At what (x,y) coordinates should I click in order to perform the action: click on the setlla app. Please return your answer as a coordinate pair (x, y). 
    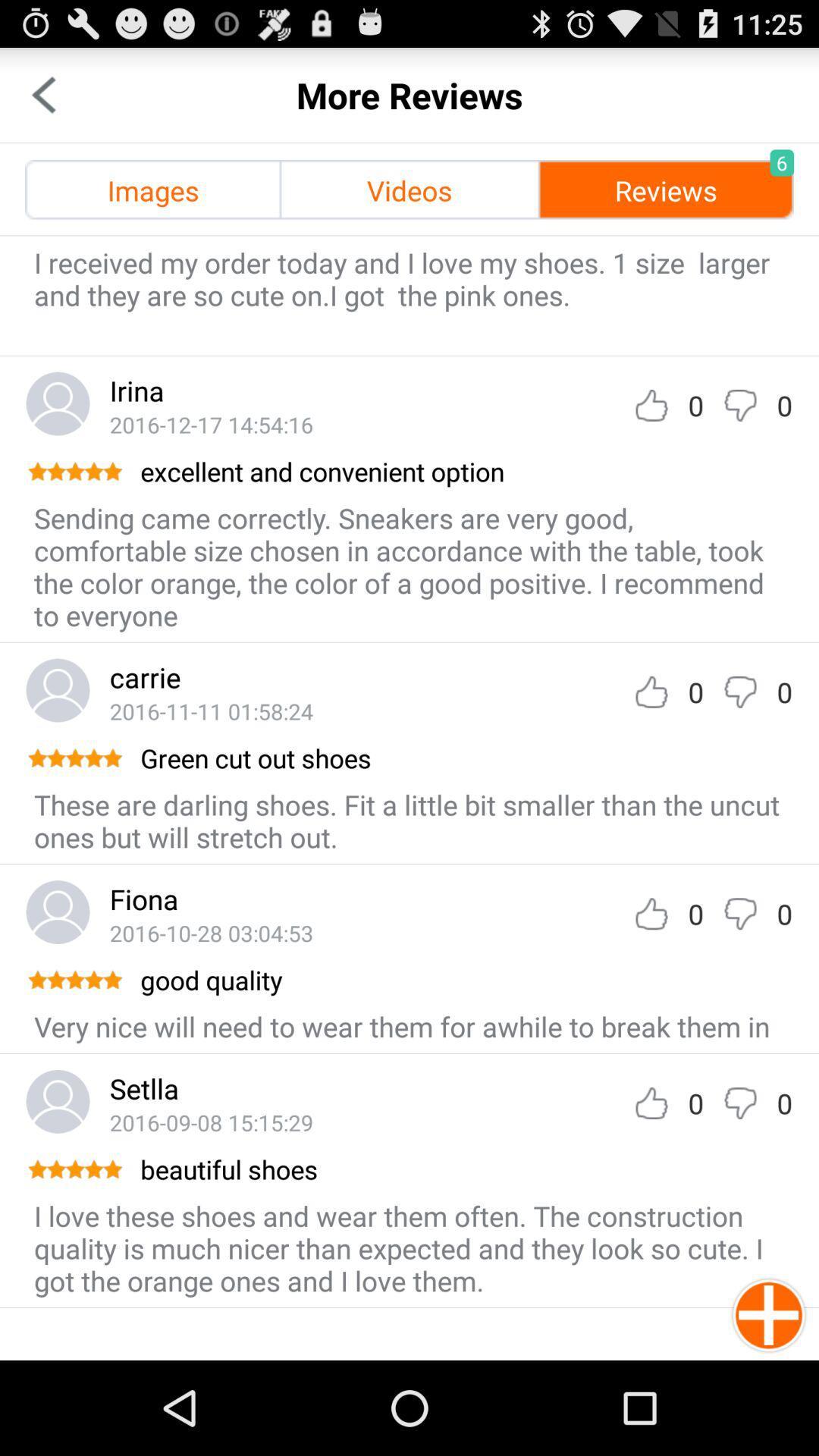
    Looking at the image, I should click on (144, 1087).